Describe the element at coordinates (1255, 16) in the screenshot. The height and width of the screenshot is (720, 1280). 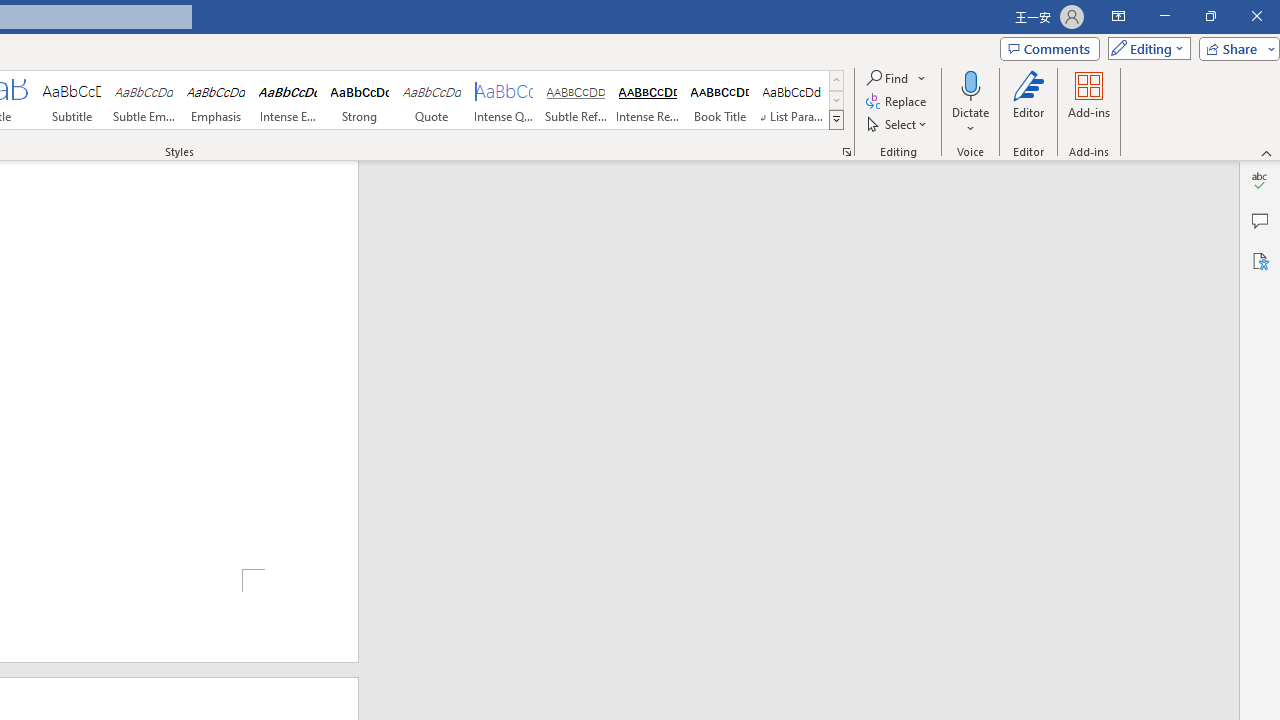
I see `'Close'` at that location.